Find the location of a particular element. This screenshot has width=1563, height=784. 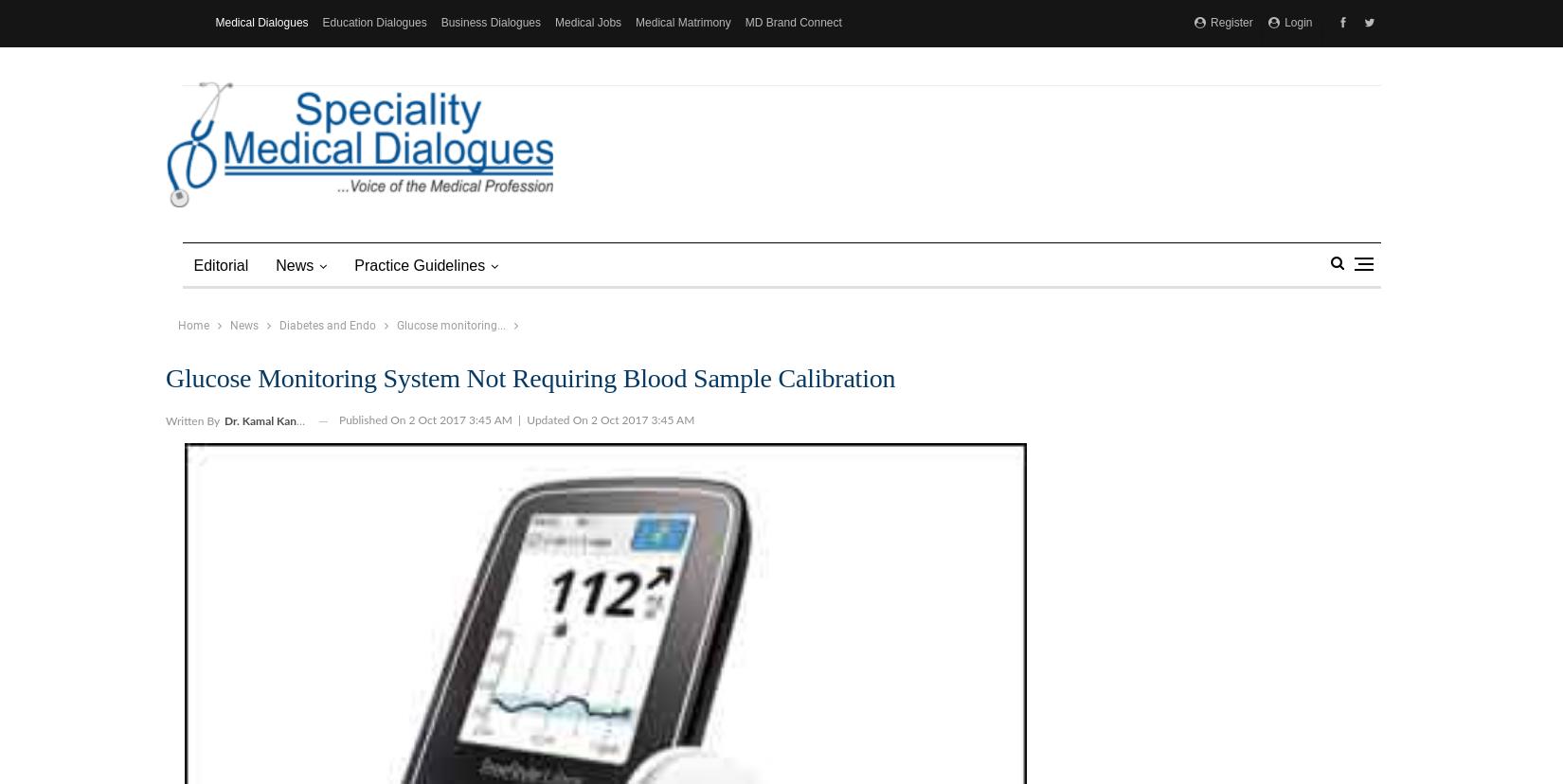

'|' is located at coordinates (517, 419).